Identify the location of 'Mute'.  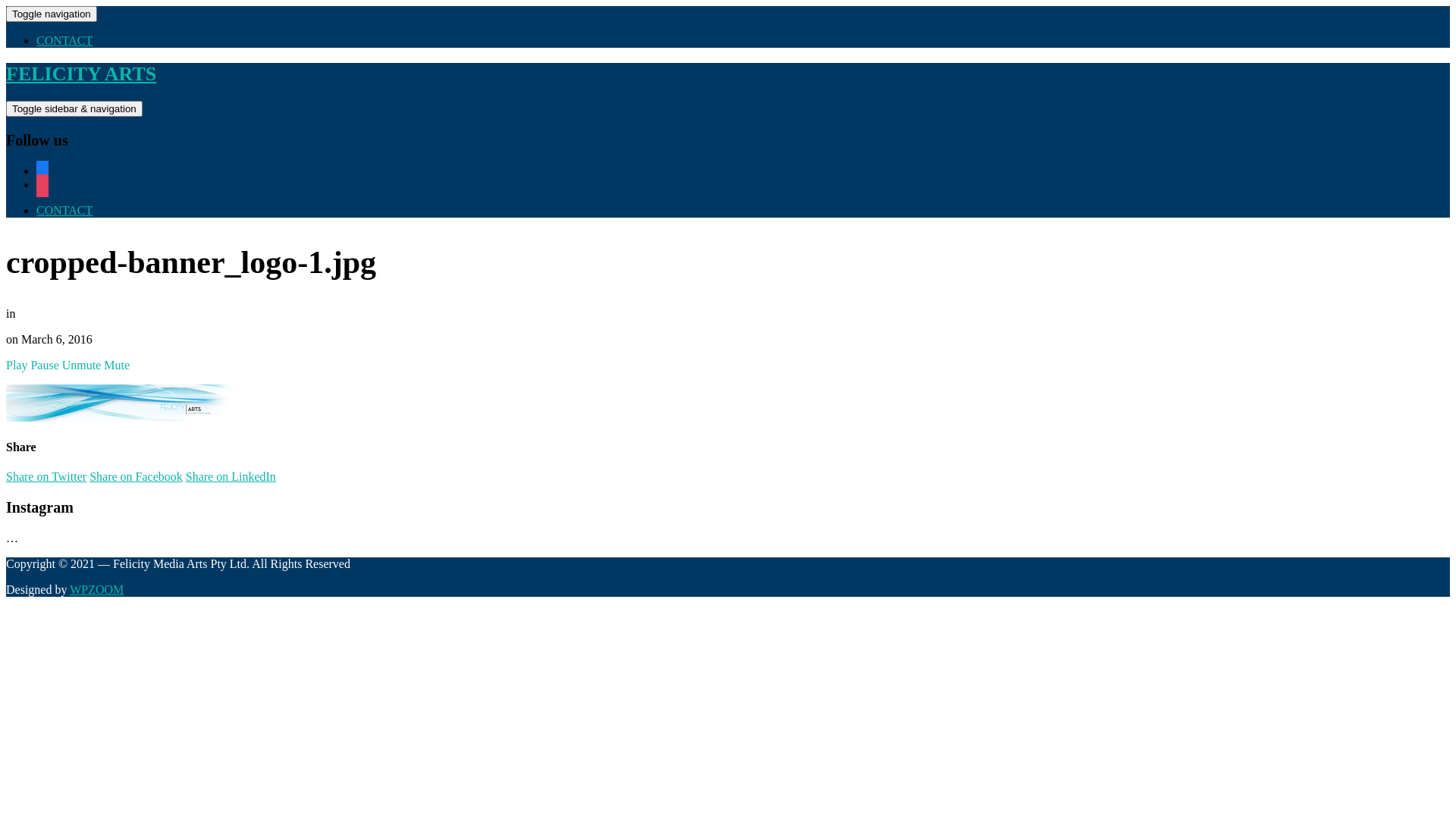
(115, 365).